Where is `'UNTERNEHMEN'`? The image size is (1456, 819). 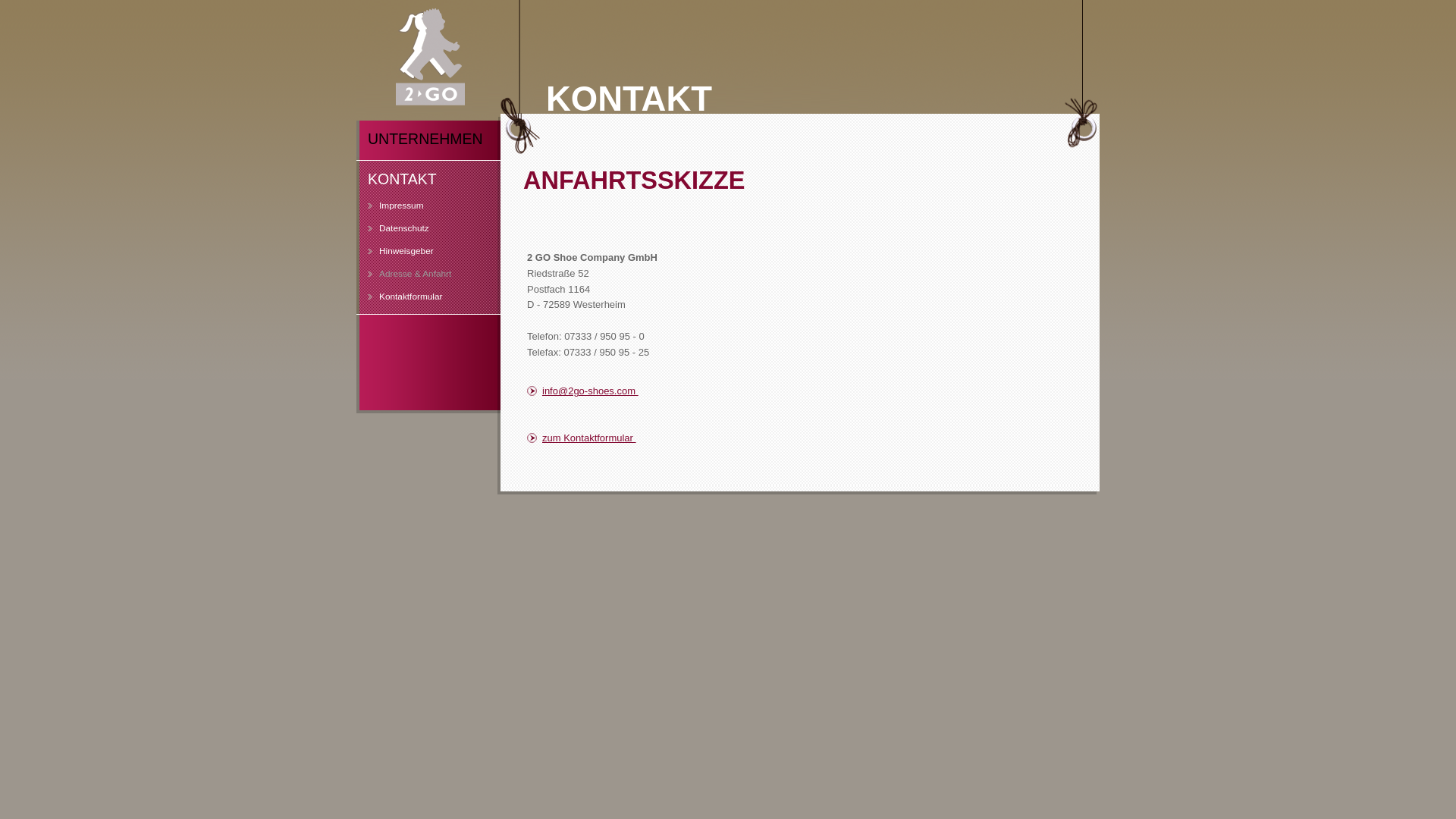 'UNTERNEHMEN' is located at coordinates (428, 140).